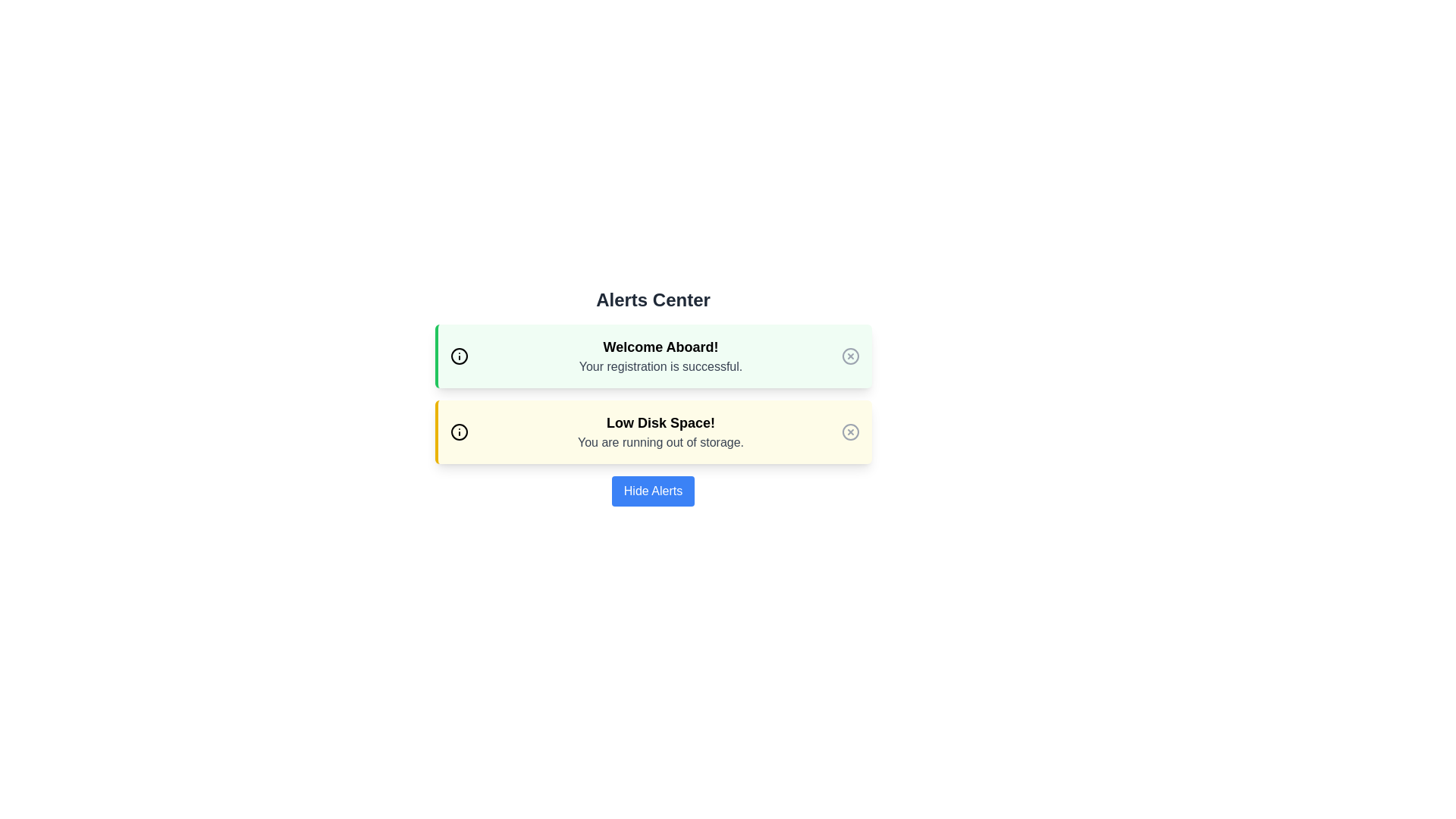  Describe the element at coordinates (653, 432) in the screenshot. I see `warning message from the second notification box in the Alerts Center about low disk space` at that location.